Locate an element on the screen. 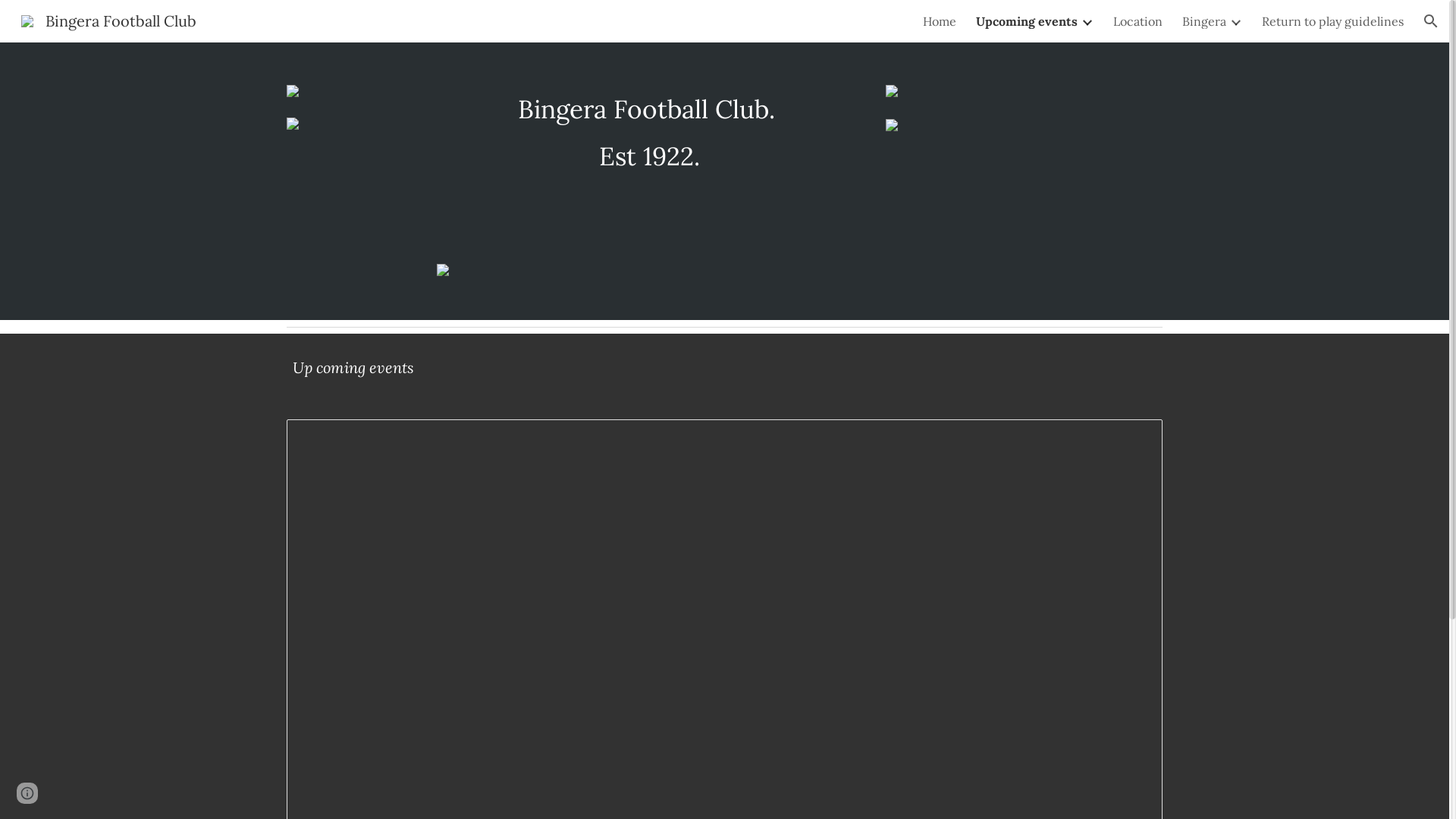 Image resolution: width=1456 pixels, height=819 pixels. 'Return to play guidelines' is located at coordinates (1262, 20).